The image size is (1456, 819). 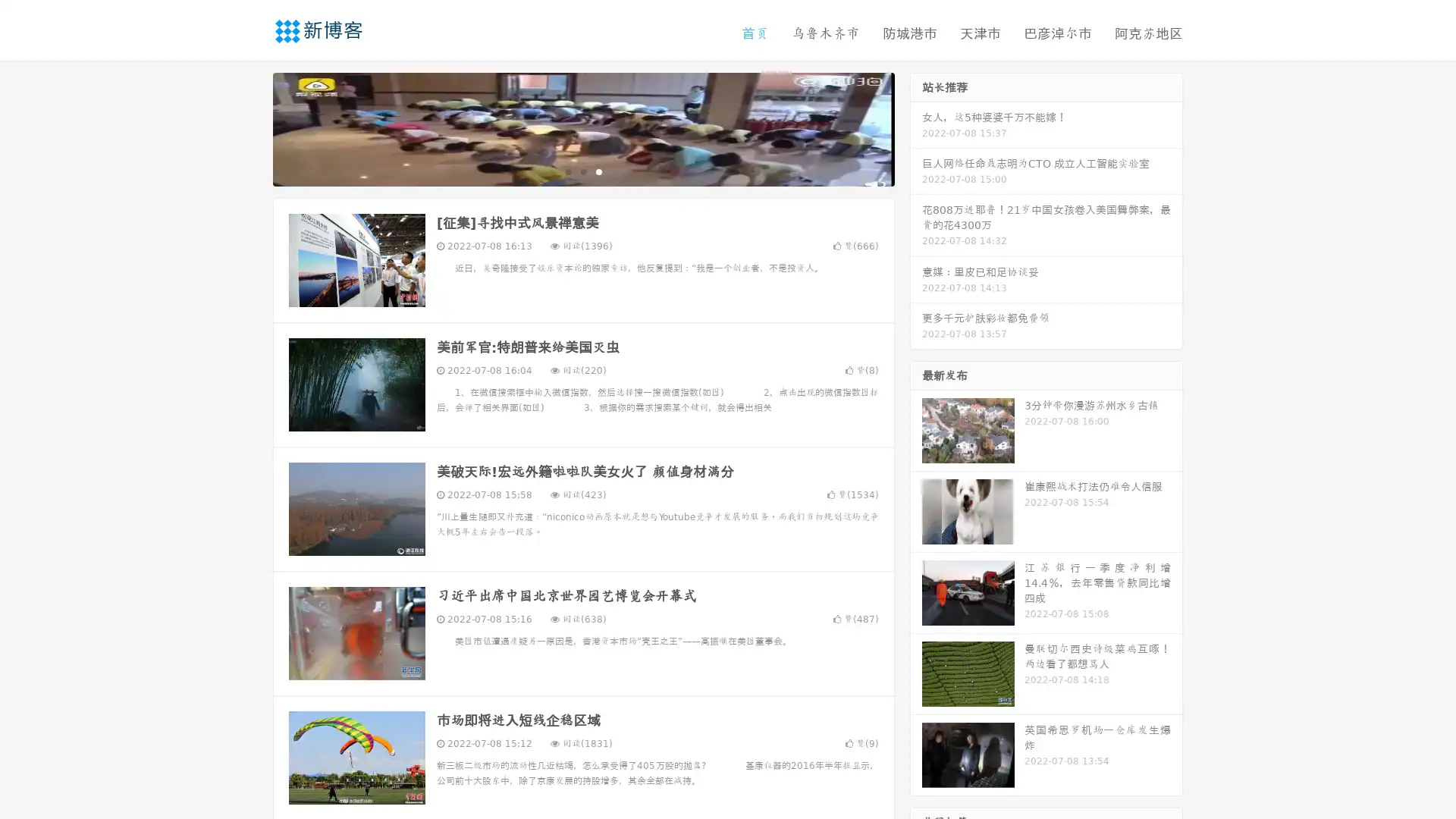 I want to click on Go to slide 3, so click(x=598, y=171).